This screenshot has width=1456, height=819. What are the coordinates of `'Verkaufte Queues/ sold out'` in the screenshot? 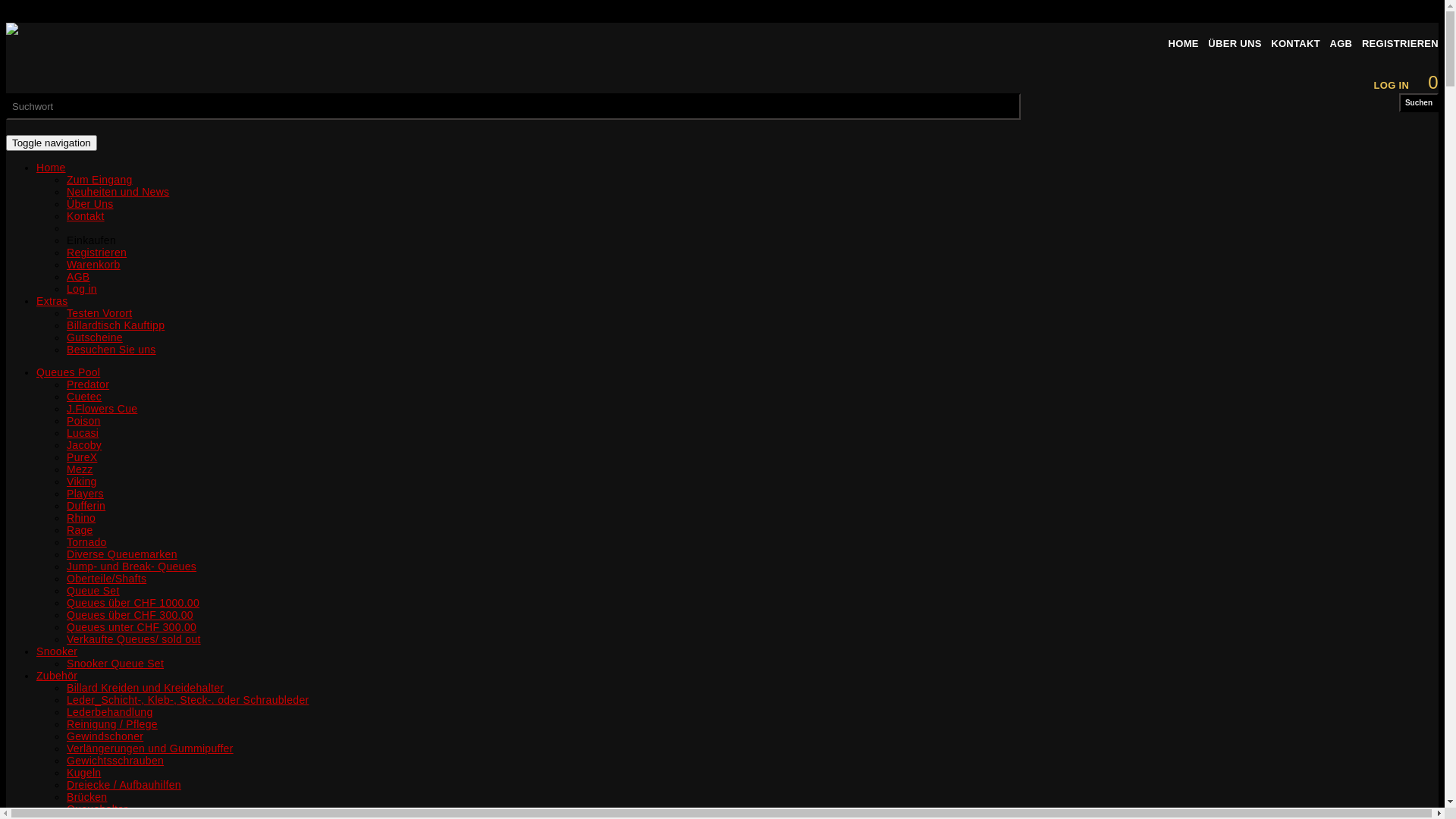 It's located at (133, 639).